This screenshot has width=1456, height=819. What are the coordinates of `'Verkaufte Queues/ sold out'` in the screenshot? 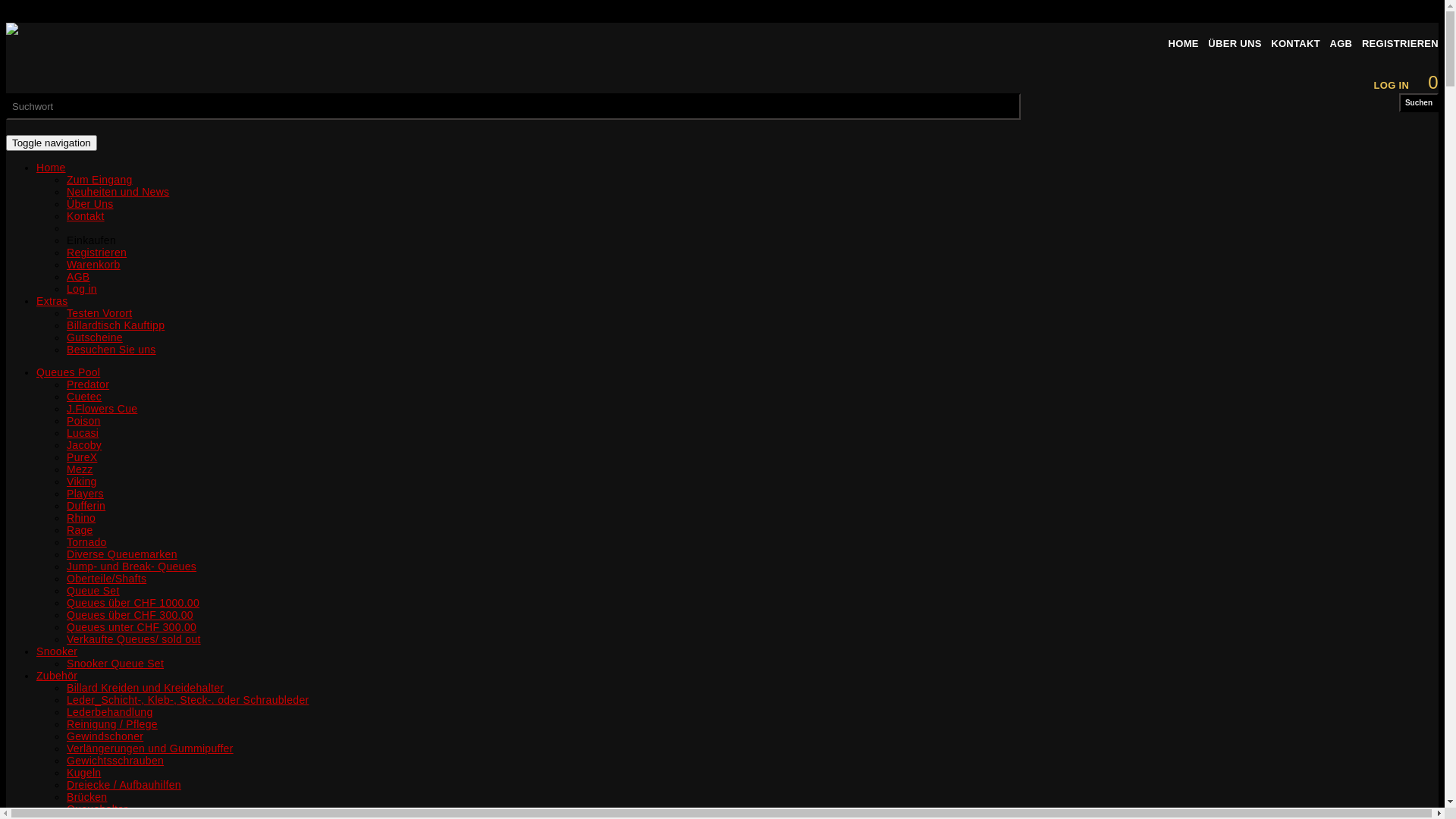 It's located at (133, 639).